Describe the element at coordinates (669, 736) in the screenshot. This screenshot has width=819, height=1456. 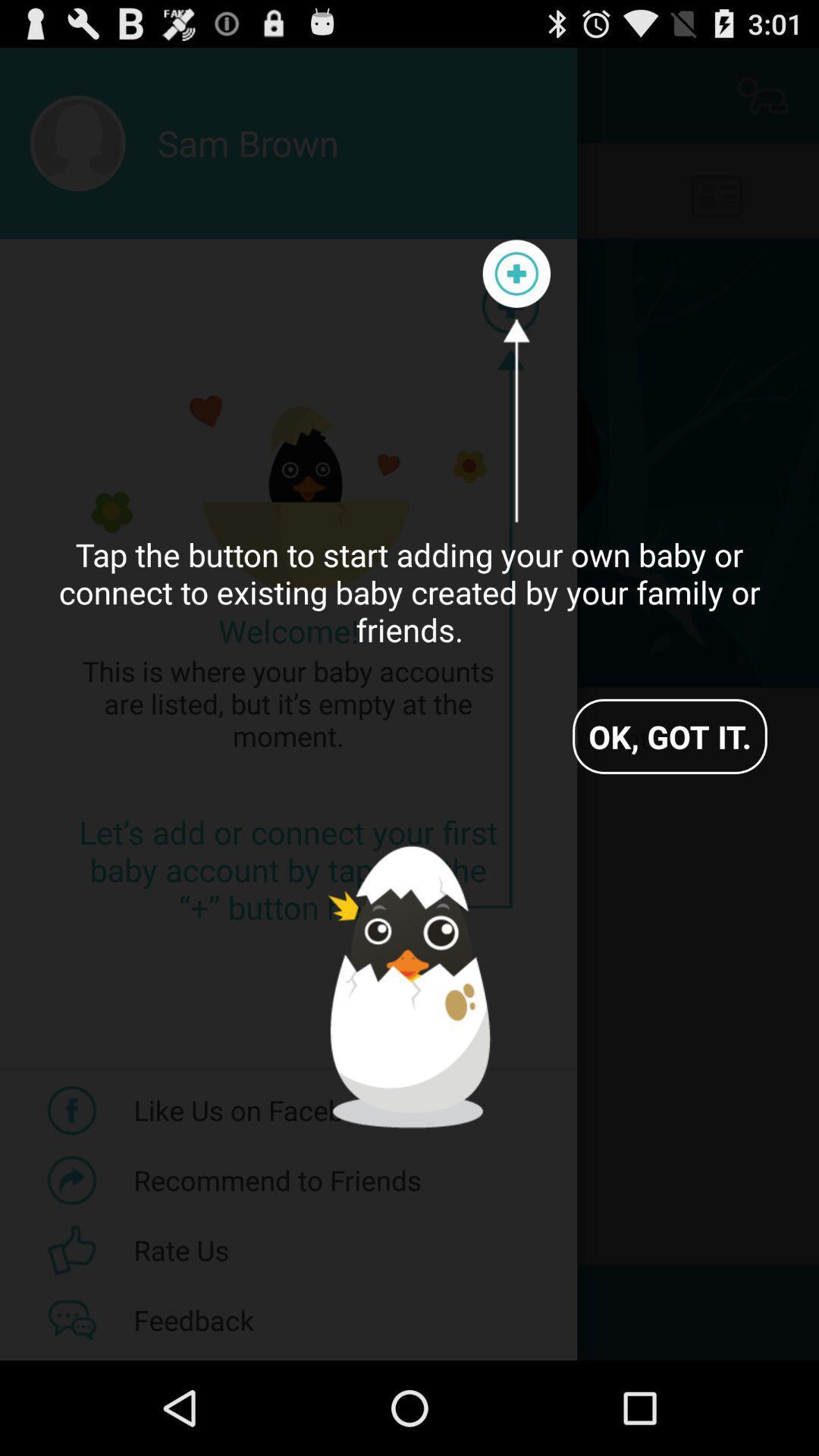
I see `the ok, got it.` at that location.